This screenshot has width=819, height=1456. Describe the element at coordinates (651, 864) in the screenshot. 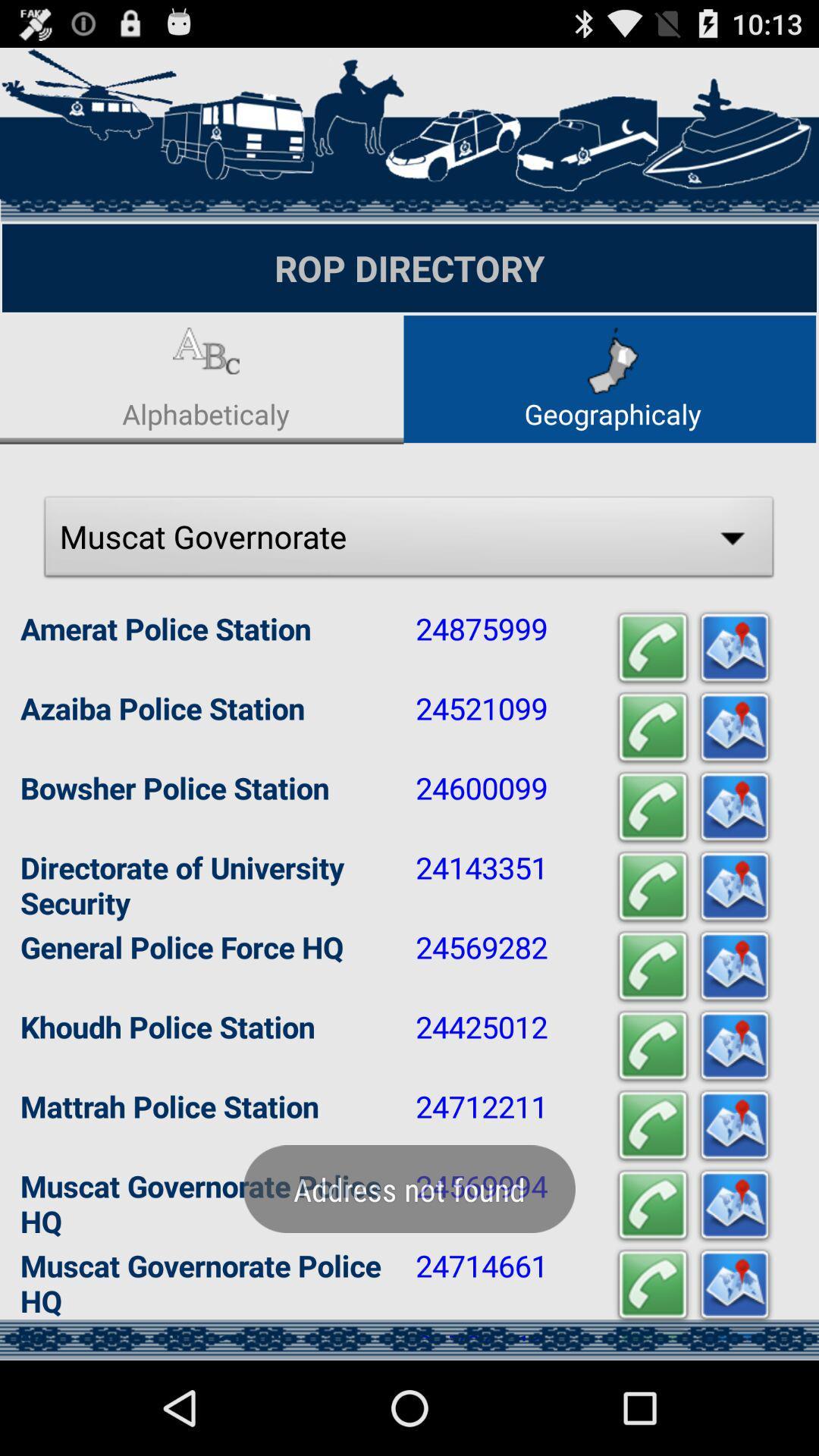

I see `the call icon` at that location.